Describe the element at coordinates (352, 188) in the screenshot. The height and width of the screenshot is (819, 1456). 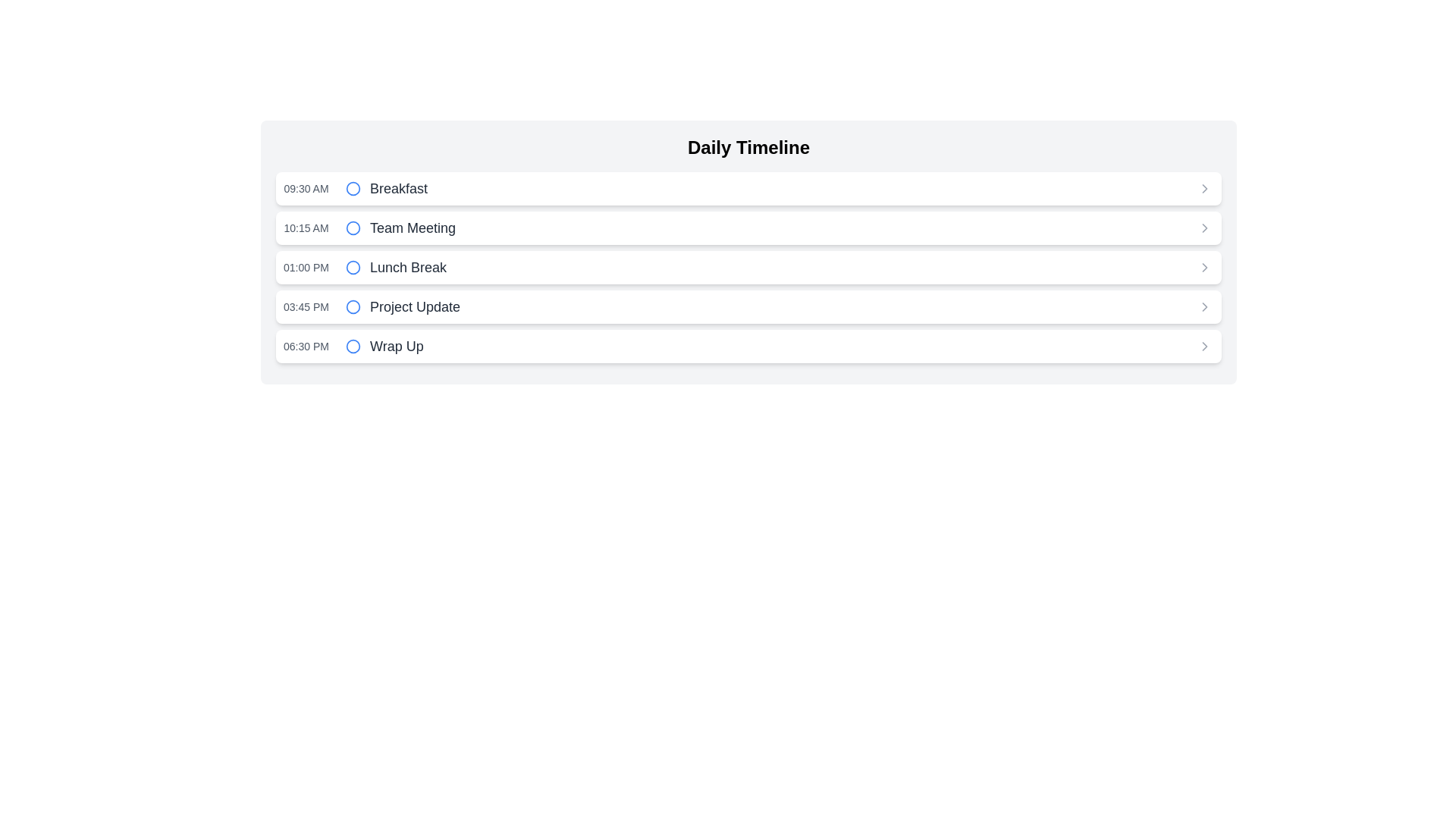
I see `the circular outline with a blue stroke located next to the text 'Breakfast' in the timetable list, specifically the first circle in the sequence for the '09:30 AM Breakfast' item` at that location.